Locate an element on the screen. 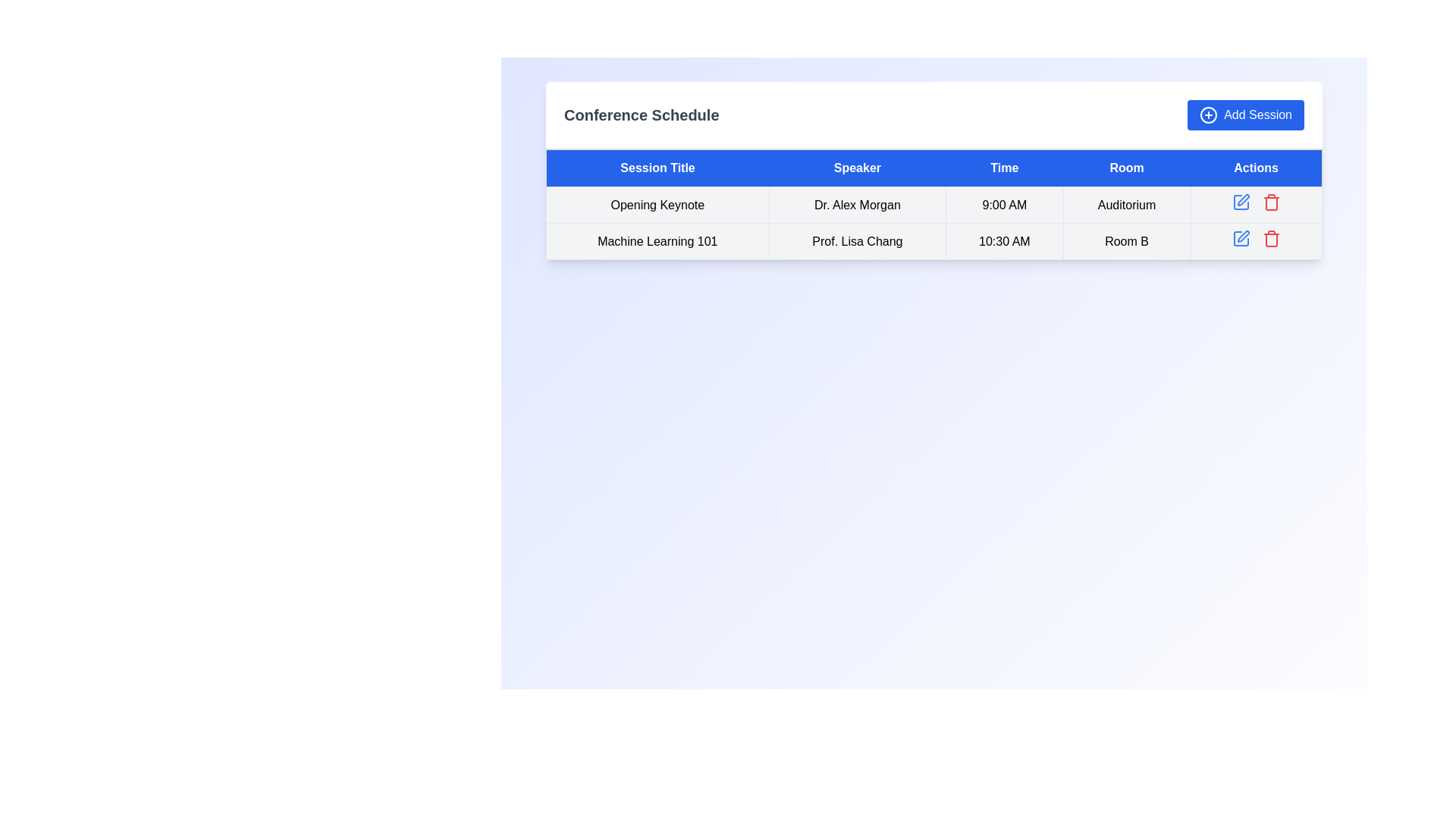  the edit icon in the 'Actions' column of the 'Conference Schedule' table for the 'Opening Keynote' session is located at coordinates (1241, 201).